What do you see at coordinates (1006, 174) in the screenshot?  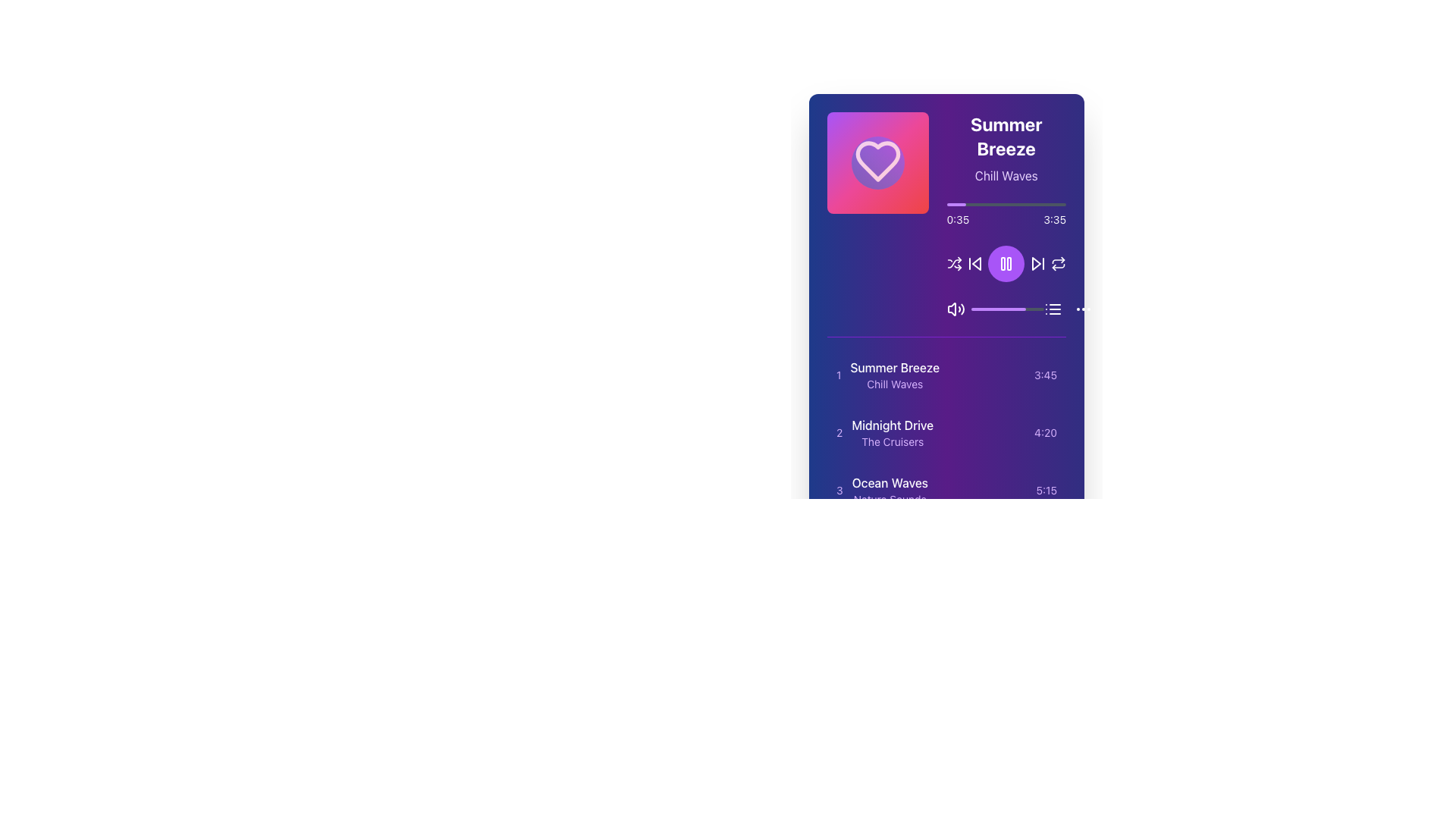 I see `the text label providing a subtitle or description related to 'Summer Breeze', located below the main title in the grouped section` at bounding box center [1006, 174].